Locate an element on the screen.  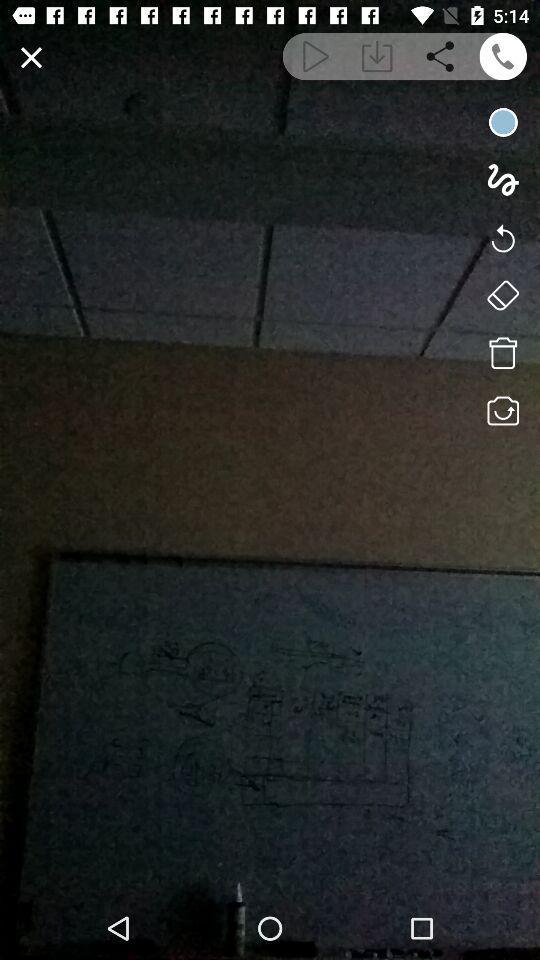
the share icon is located at coordinates (440, 55).